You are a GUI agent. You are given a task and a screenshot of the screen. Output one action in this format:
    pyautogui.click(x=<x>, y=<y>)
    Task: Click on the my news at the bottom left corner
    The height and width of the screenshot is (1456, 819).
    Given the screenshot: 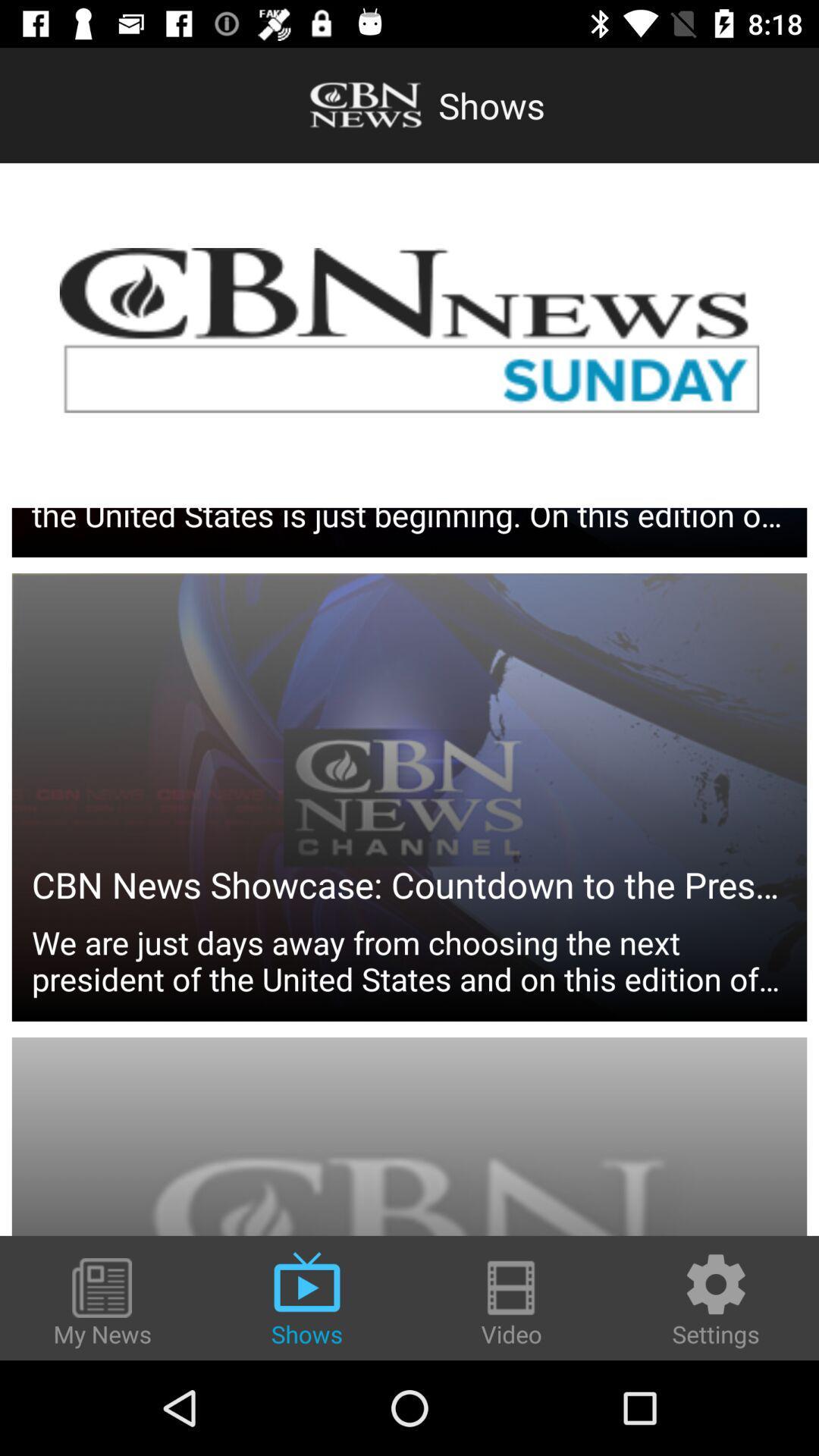 What is the action you would take?
    pyautogui.click(x=102, y=1303)
    